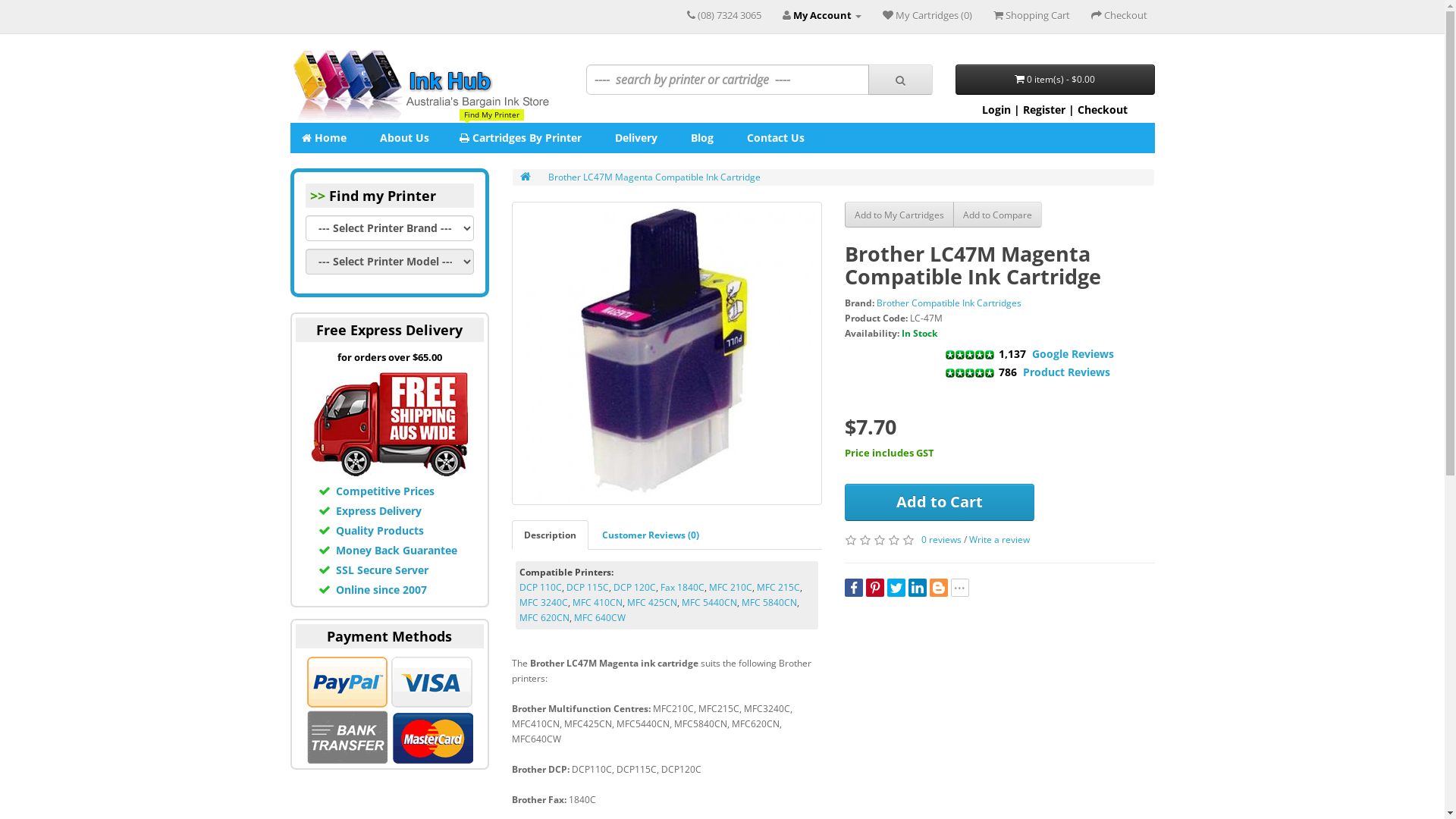  Describe the element at coordinates (739, 137) in the screenshot. I see `'Contact Us'` at that location.